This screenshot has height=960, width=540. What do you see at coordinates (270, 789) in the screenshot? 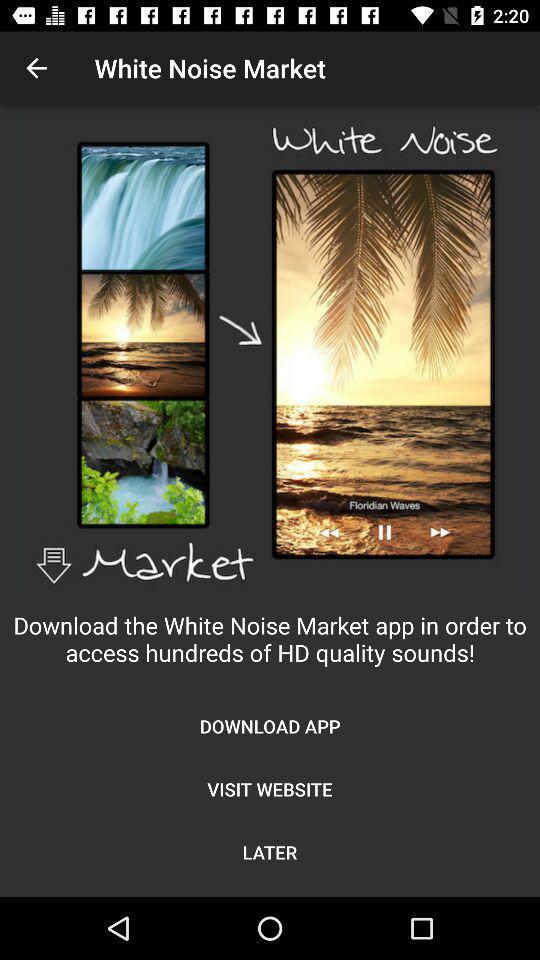
I see `the item below download app` at bounding box center [270, 789].